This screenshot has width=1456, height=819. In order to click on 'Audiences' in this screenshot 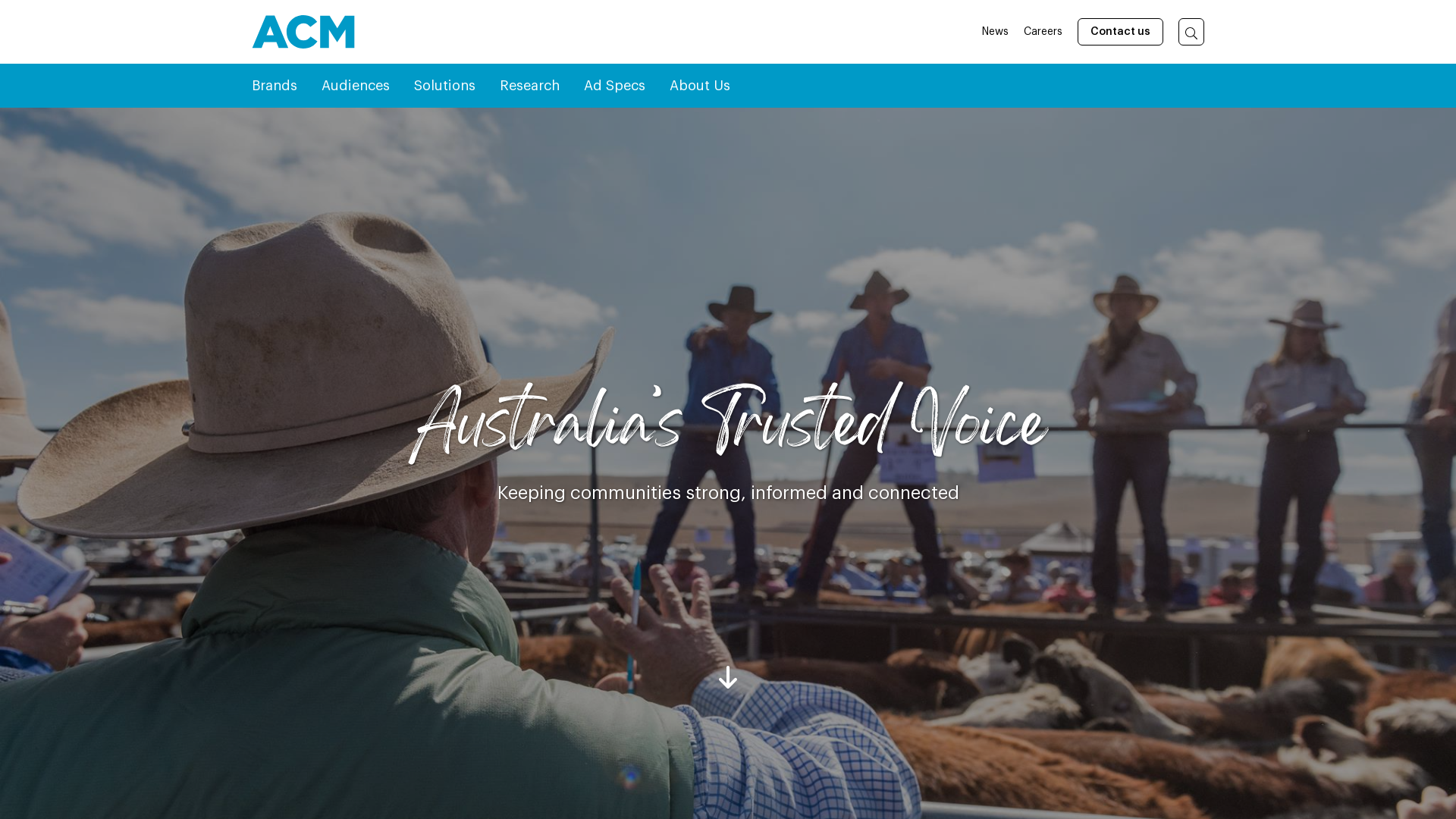, I will do `click(355, 85)`.